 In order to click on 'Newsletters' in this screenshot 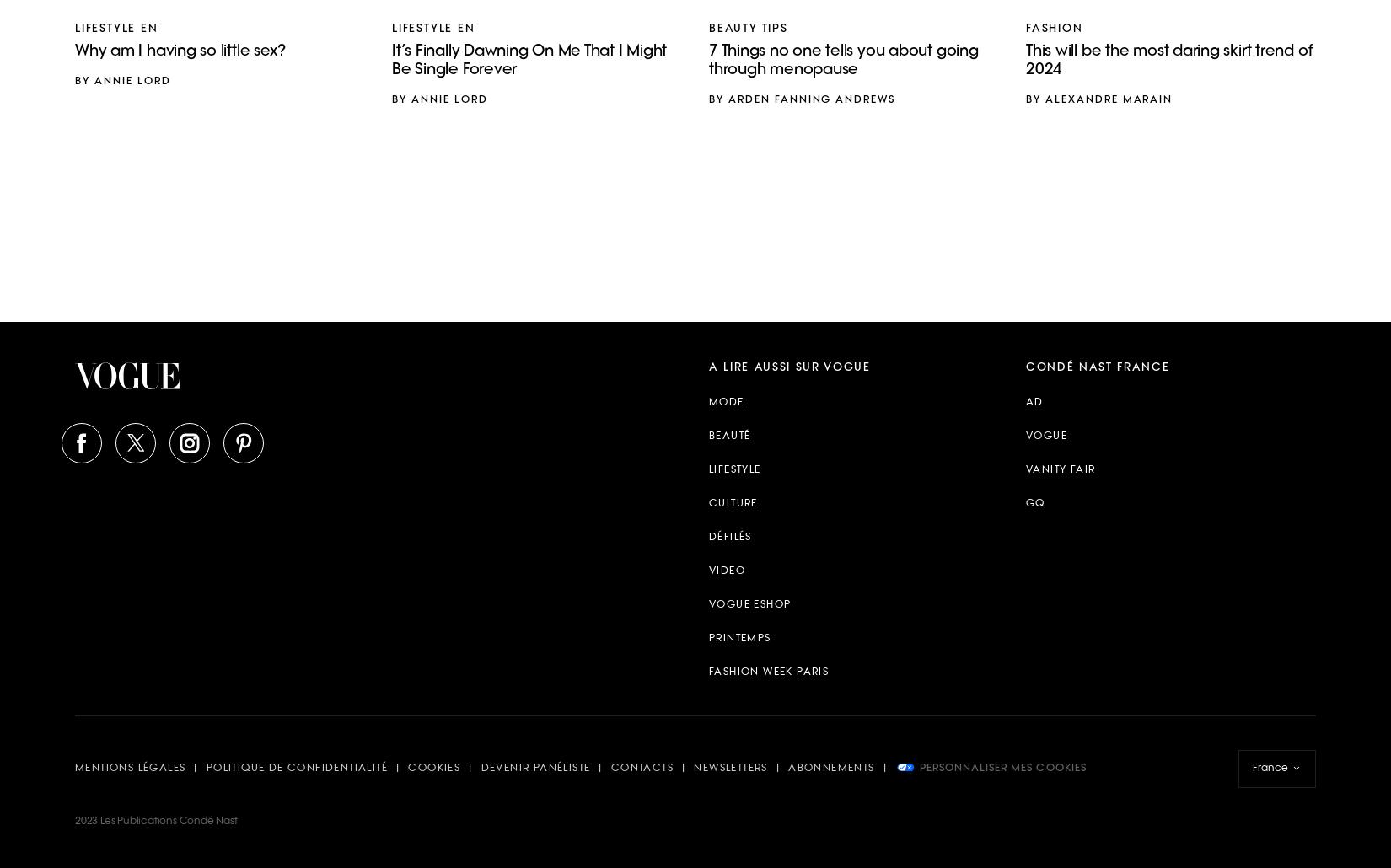, I will do `click(693, 768)`.